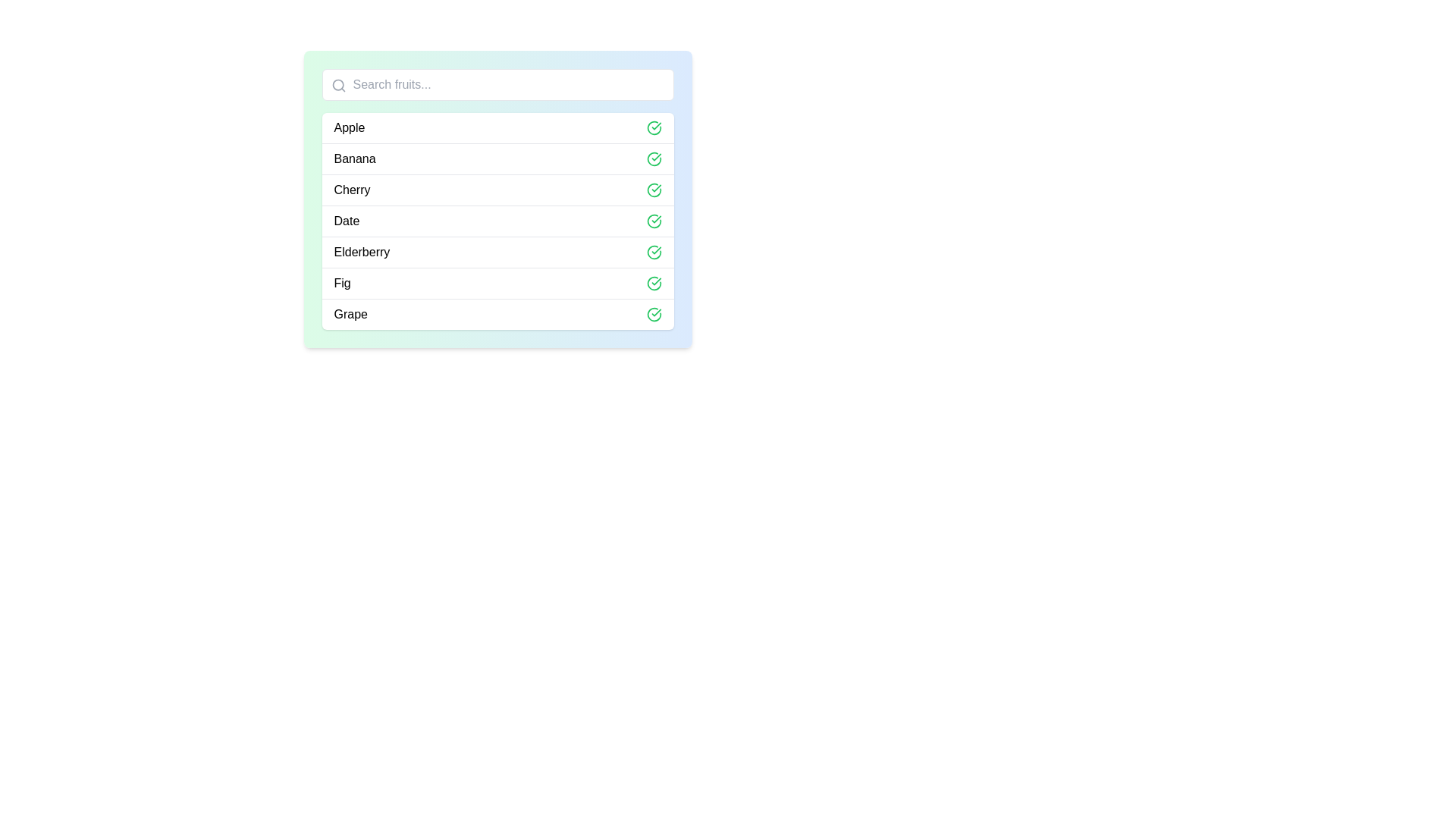  What do you see at coordinates (654, 221) in the screenshot?
I see `the green circular icon with a checkmark inside, located in the rightmost segment of the 'Date' row` at bounding box center [654, 221].